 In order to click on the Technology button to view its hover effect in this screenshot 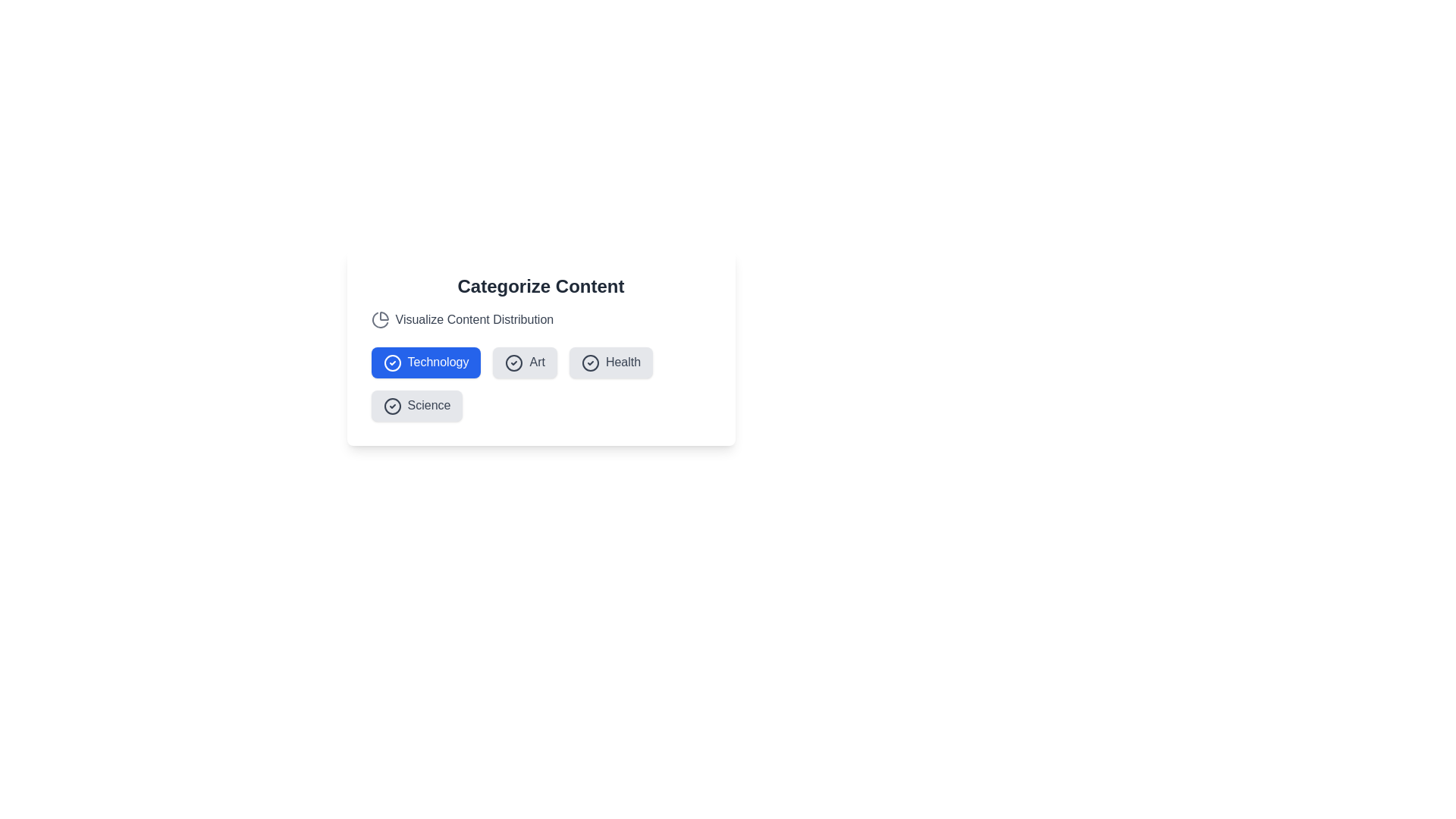, I will do `click(425, 362)`.